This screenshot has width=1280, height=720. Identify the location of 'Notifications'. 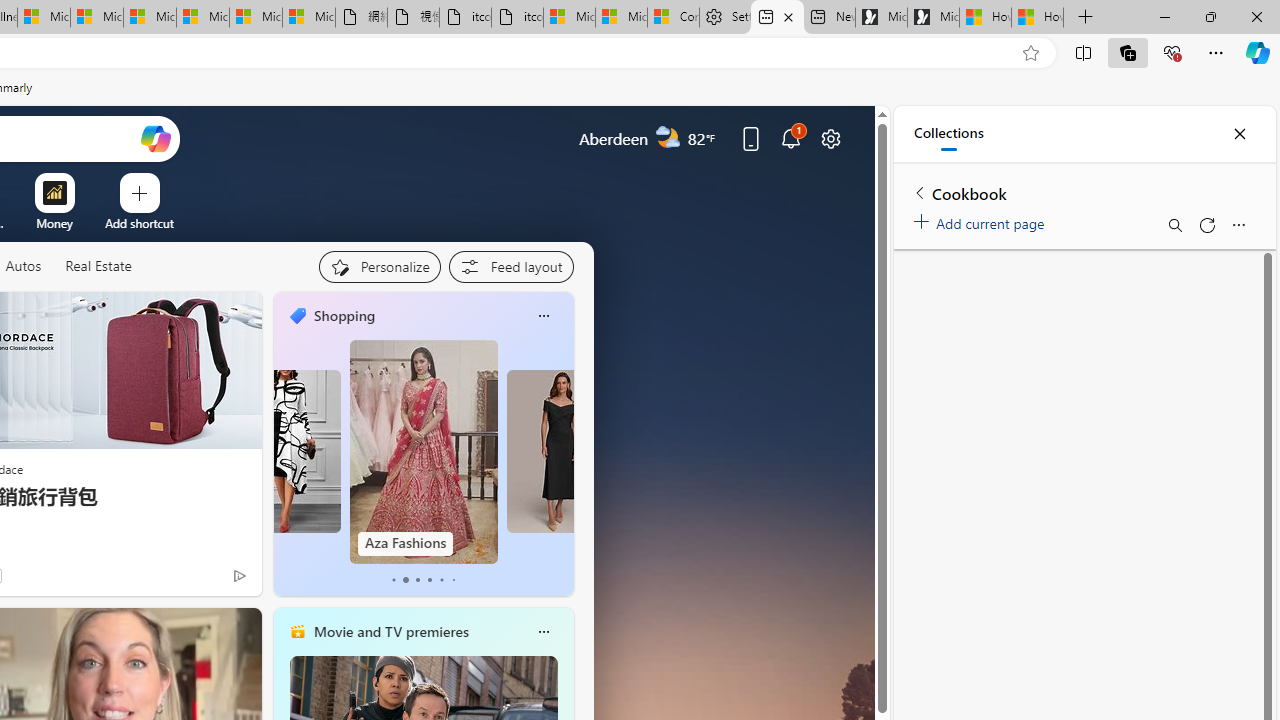
(790, 137).